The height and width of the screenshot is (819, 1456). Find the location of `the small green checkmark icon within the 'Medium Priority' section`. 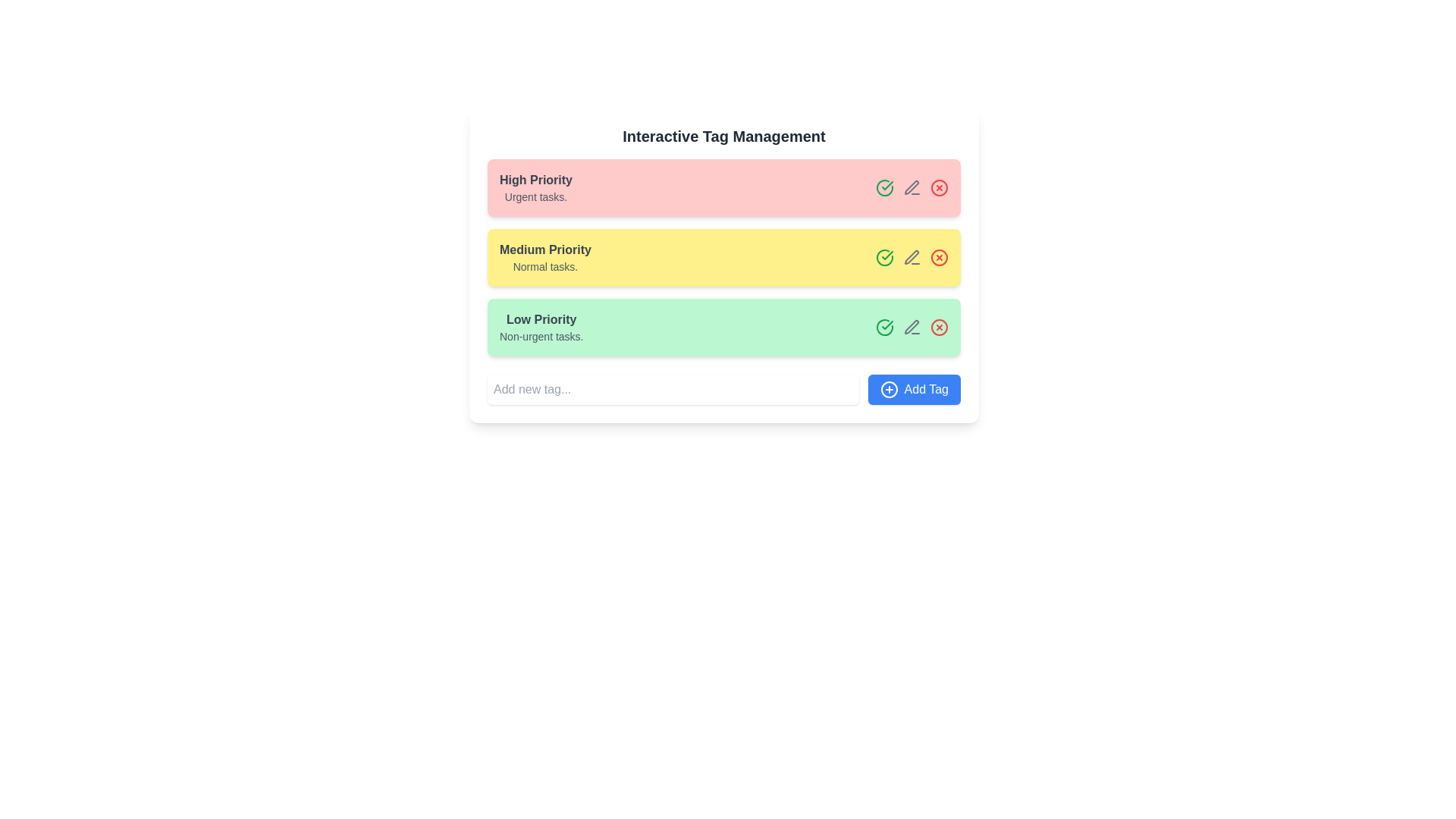

the small green checkmark icon within the 'Medium Priority' section is located at coordinates (887, 254).